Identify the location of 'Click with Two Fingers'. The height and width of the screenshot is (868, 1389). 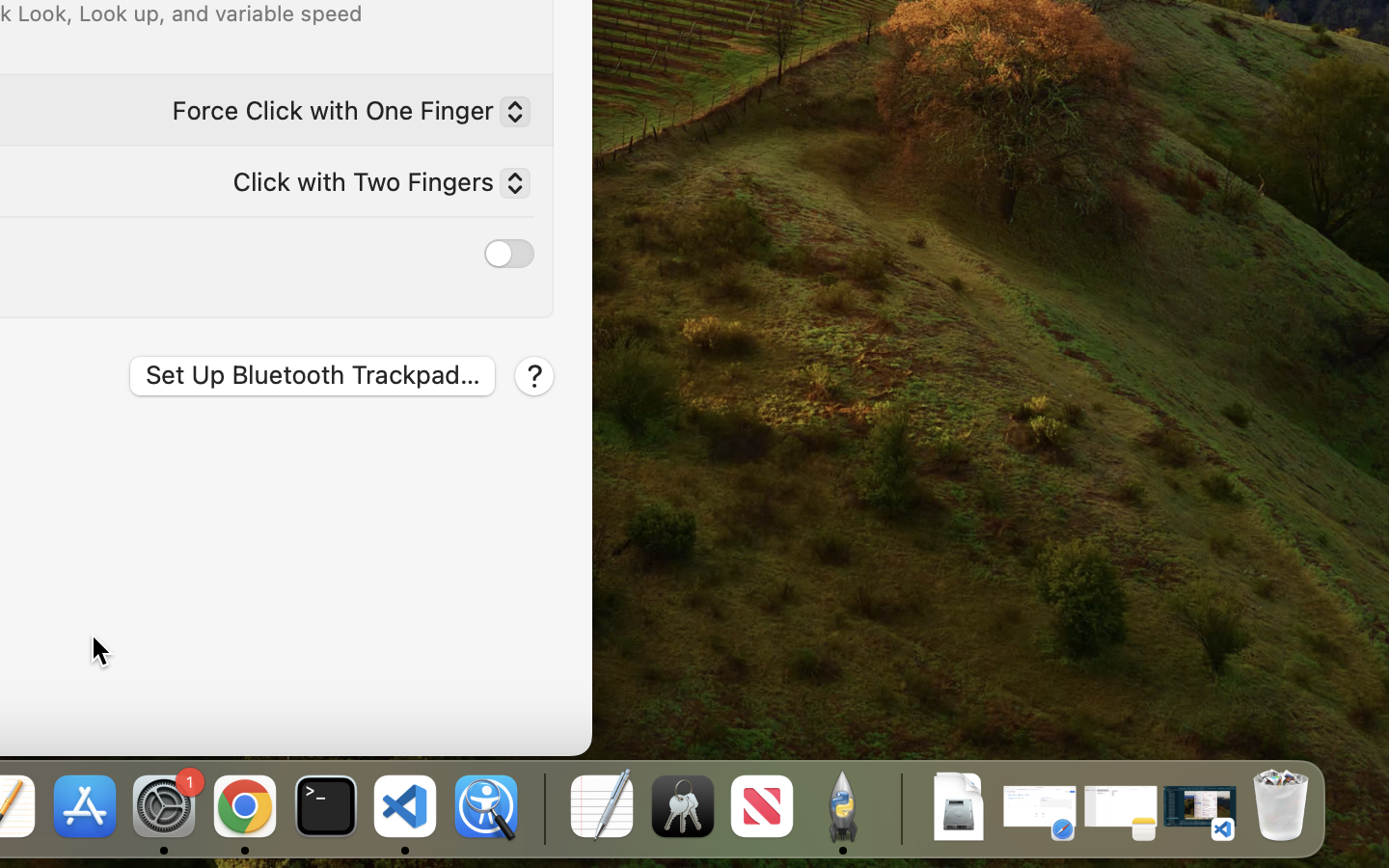
(371, 185).